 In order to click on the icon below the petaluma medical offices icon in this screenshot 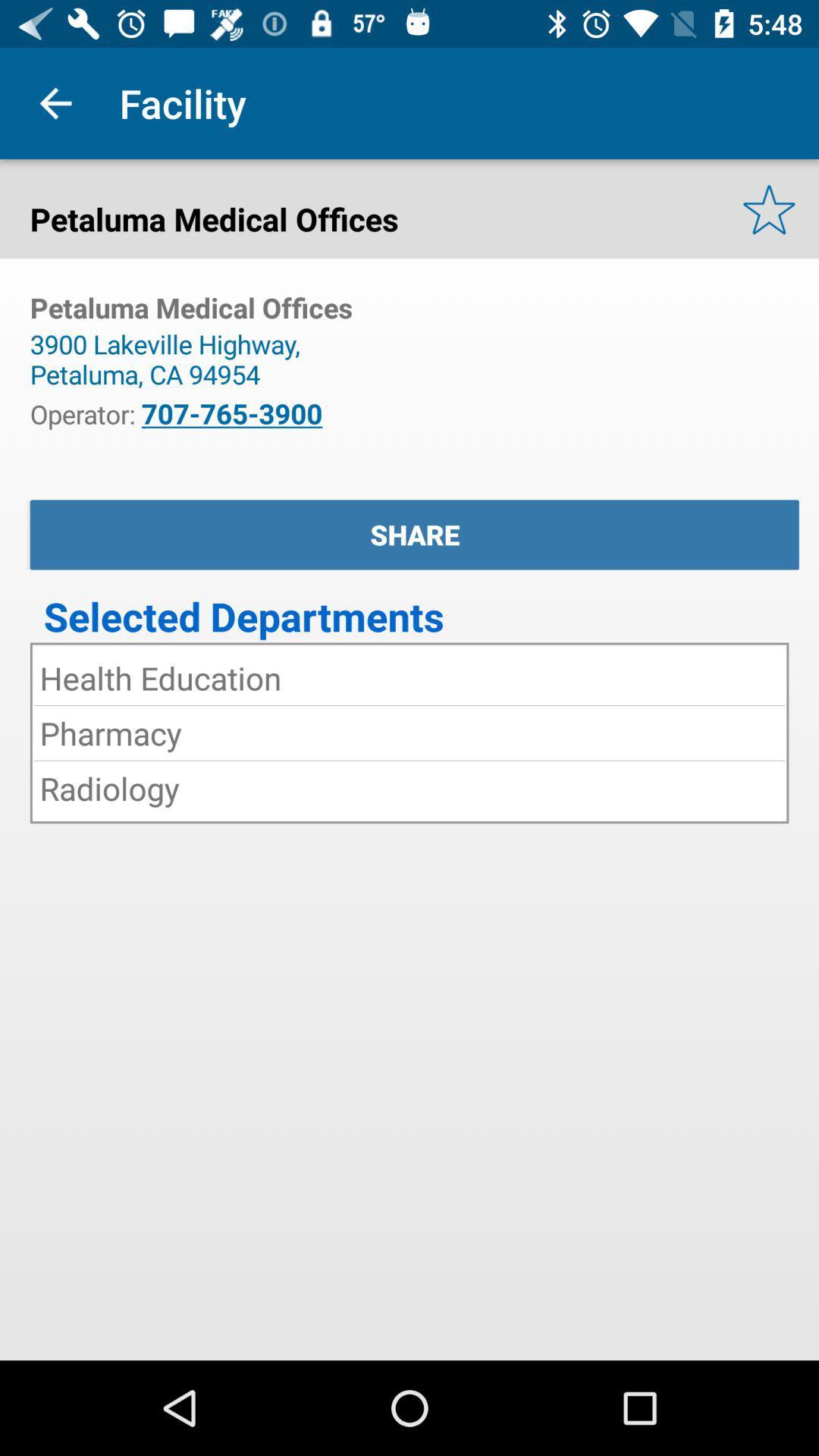, I will do `click(171, 358)`.